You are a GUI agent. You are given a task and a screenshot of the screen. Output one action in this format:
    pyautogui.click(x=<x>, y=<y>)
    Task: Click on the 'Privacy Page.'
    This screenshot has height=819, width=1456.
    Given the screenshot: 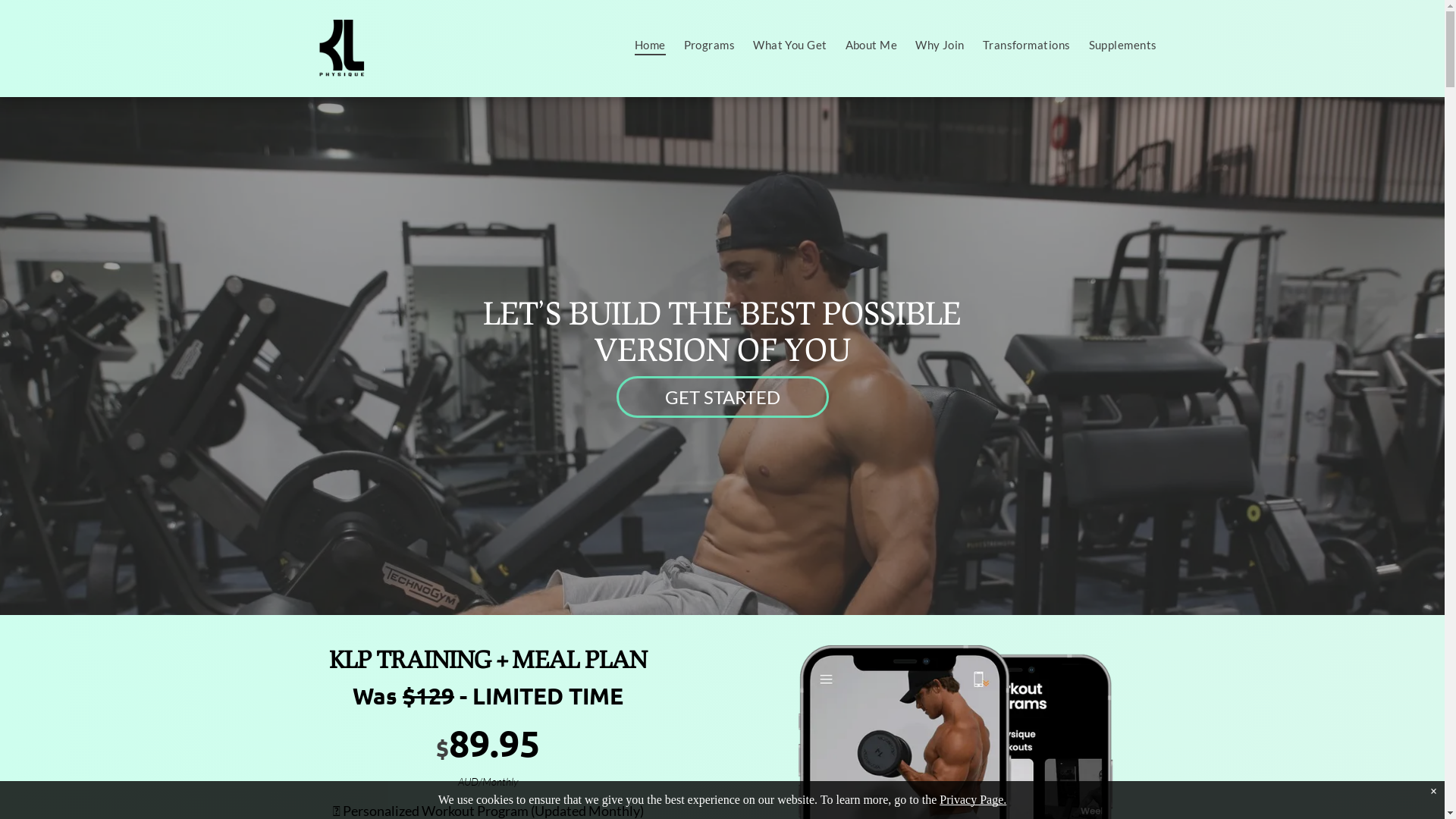 What is the action you would take?
    pyautogui.click(x=972, y=799)
    